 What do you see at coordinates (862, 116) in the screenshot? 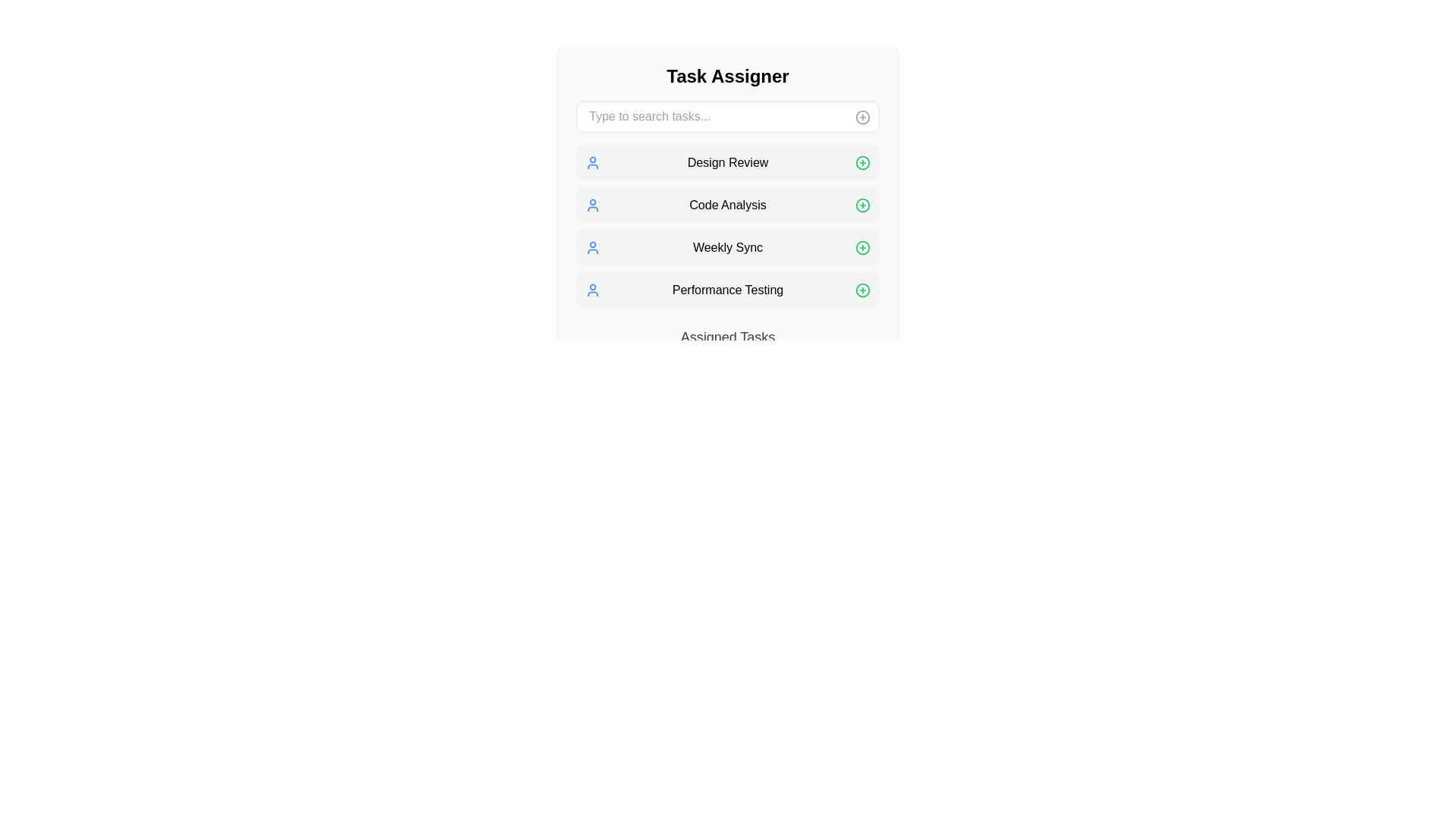
I see `the icon located at the upper-right corner of the text input field, adjacent to the placeholder text 'Type to search tasks...'` at bounding box center [862, 116].